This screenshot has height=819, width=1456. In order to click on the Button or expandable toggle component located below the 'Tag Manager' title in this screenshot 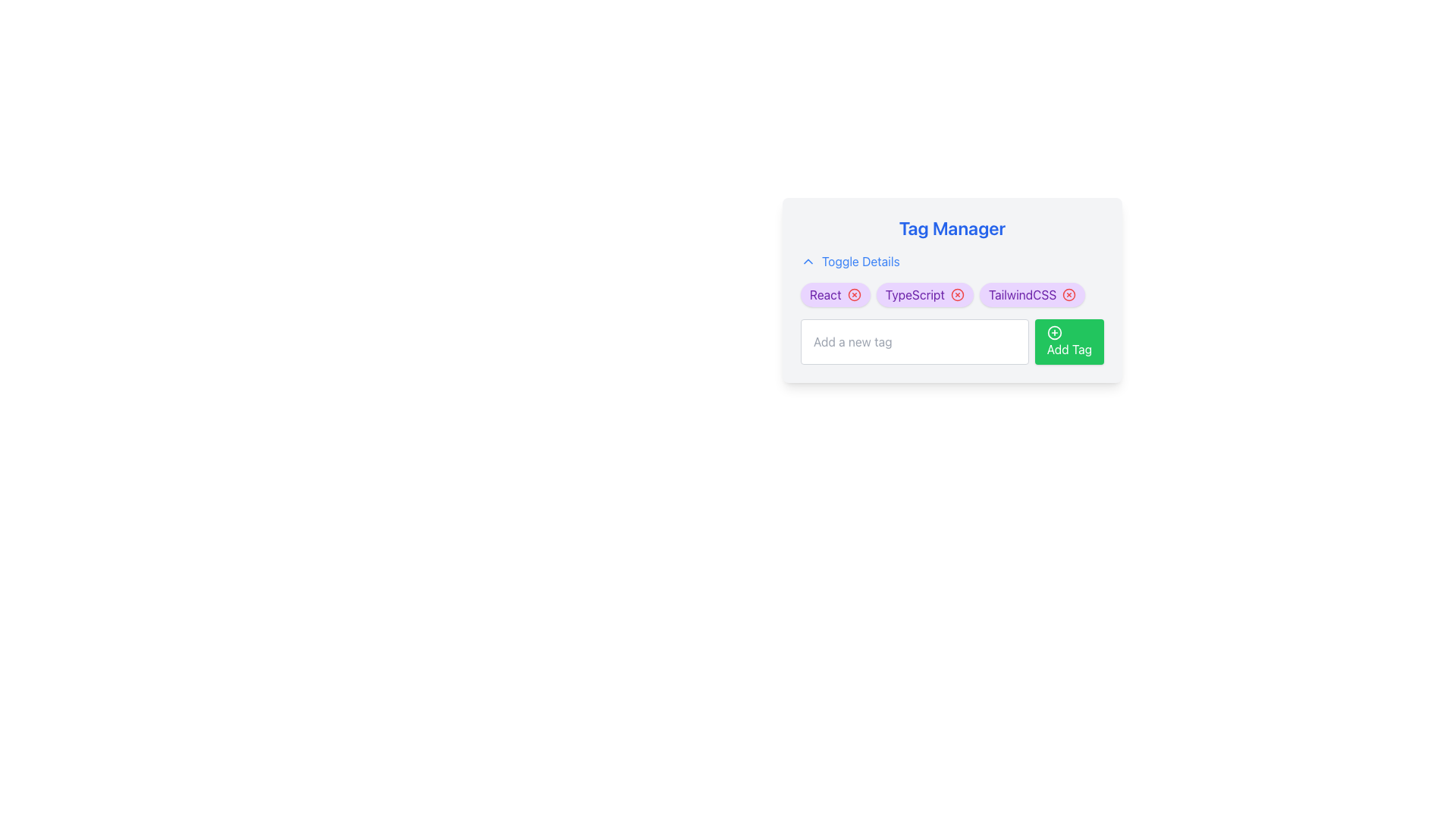, I will do `click(850, 260)`.